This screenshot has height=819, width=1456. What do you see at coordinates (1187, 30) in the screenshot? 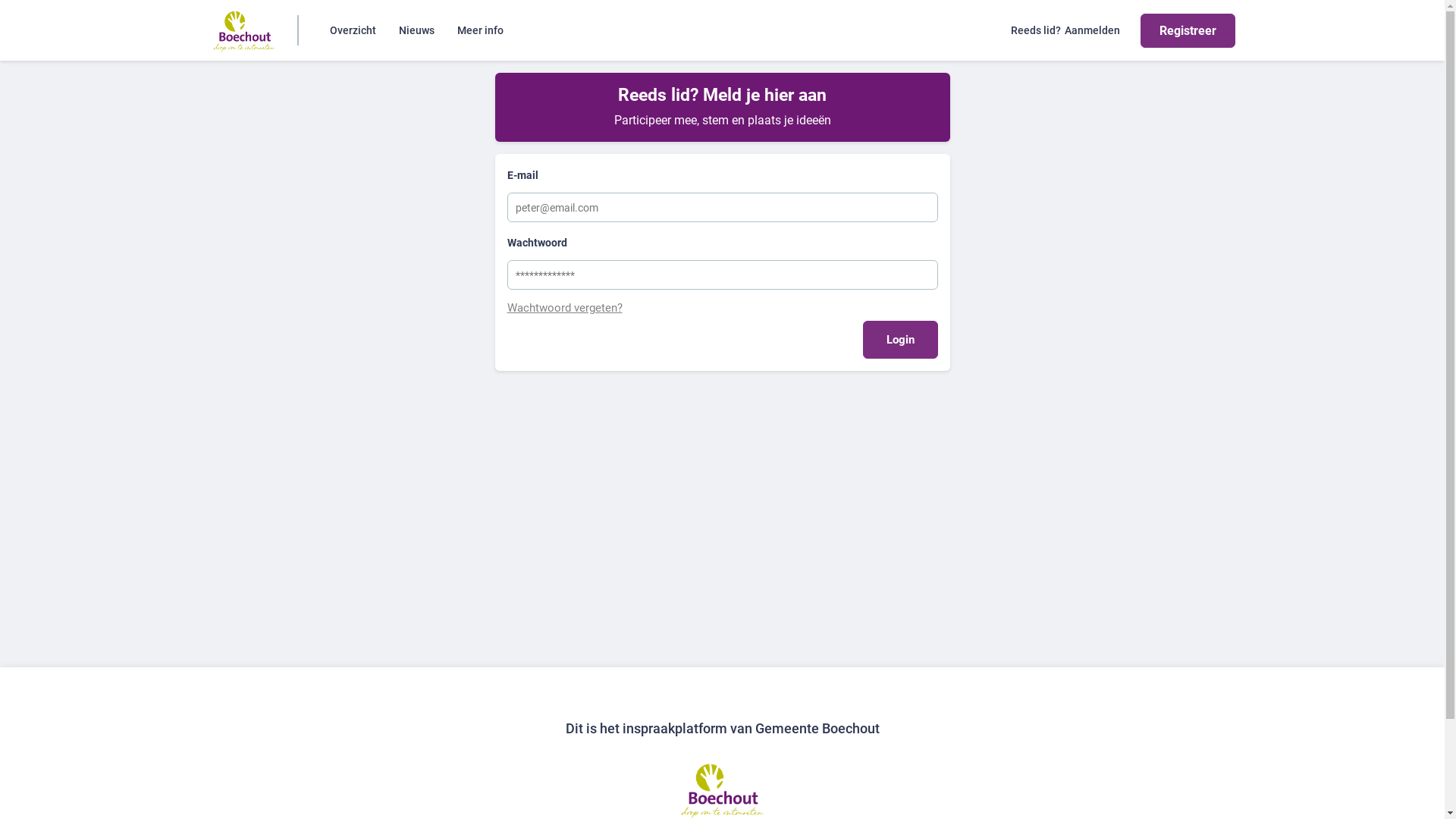
I see `'Registreer'` at bounding box center [1187, 30].